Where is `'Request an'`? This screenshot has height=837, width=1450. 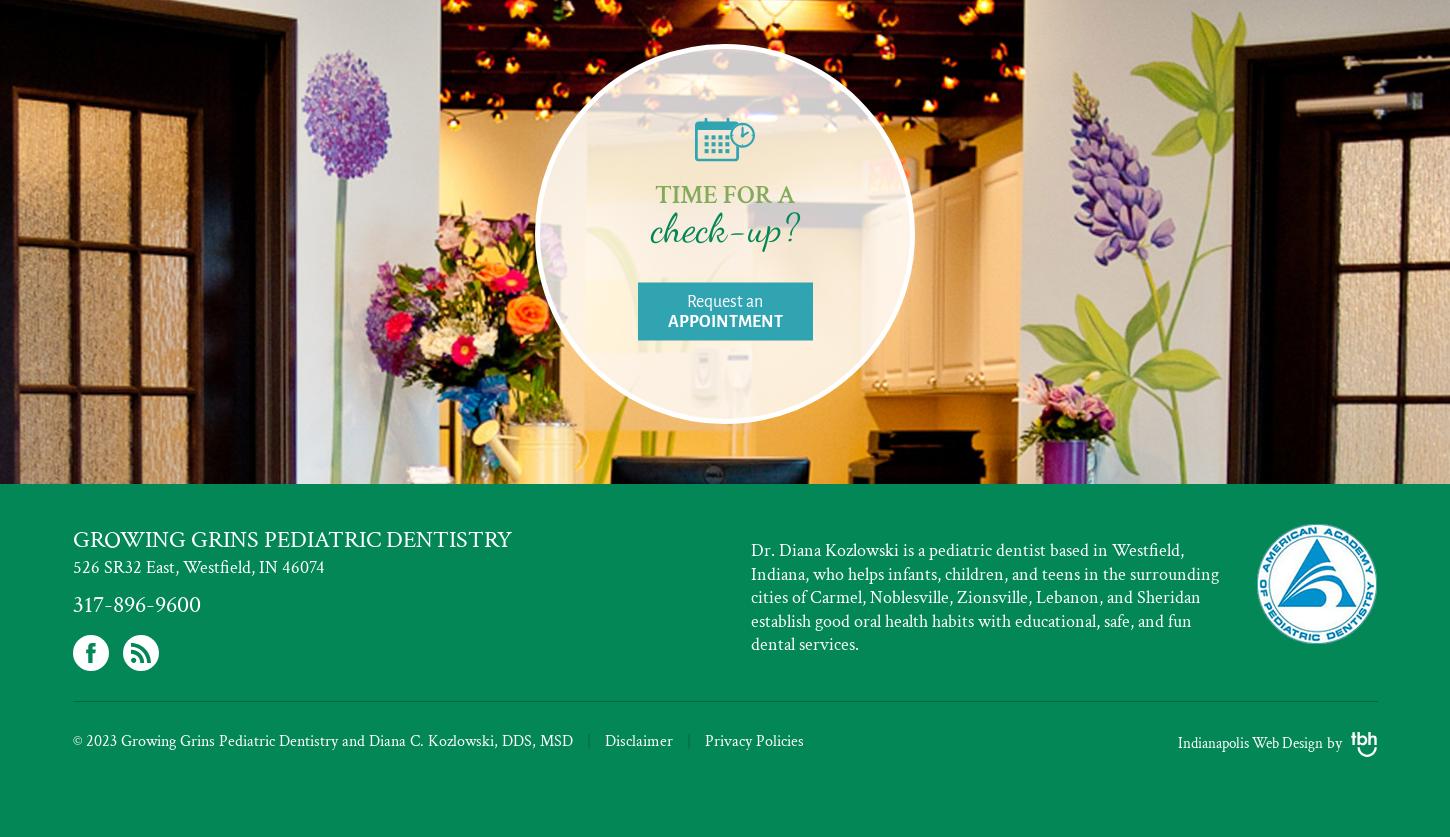 'Request an' is located at coordinates (686, 300).